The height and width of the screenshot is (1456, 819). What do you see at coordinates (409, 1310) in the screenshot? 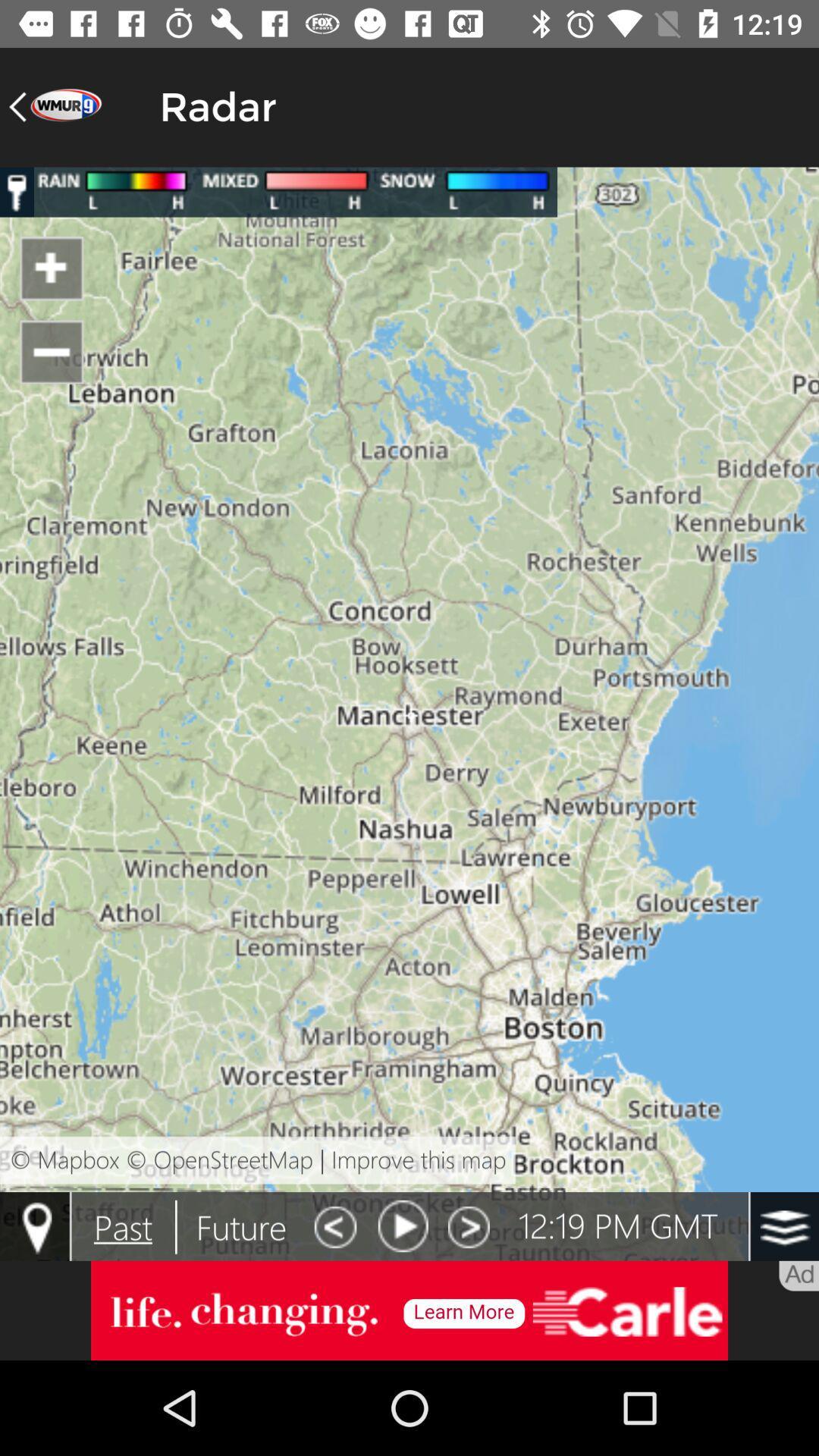
I see `advert pop up` at bounding box center [409, 1310].